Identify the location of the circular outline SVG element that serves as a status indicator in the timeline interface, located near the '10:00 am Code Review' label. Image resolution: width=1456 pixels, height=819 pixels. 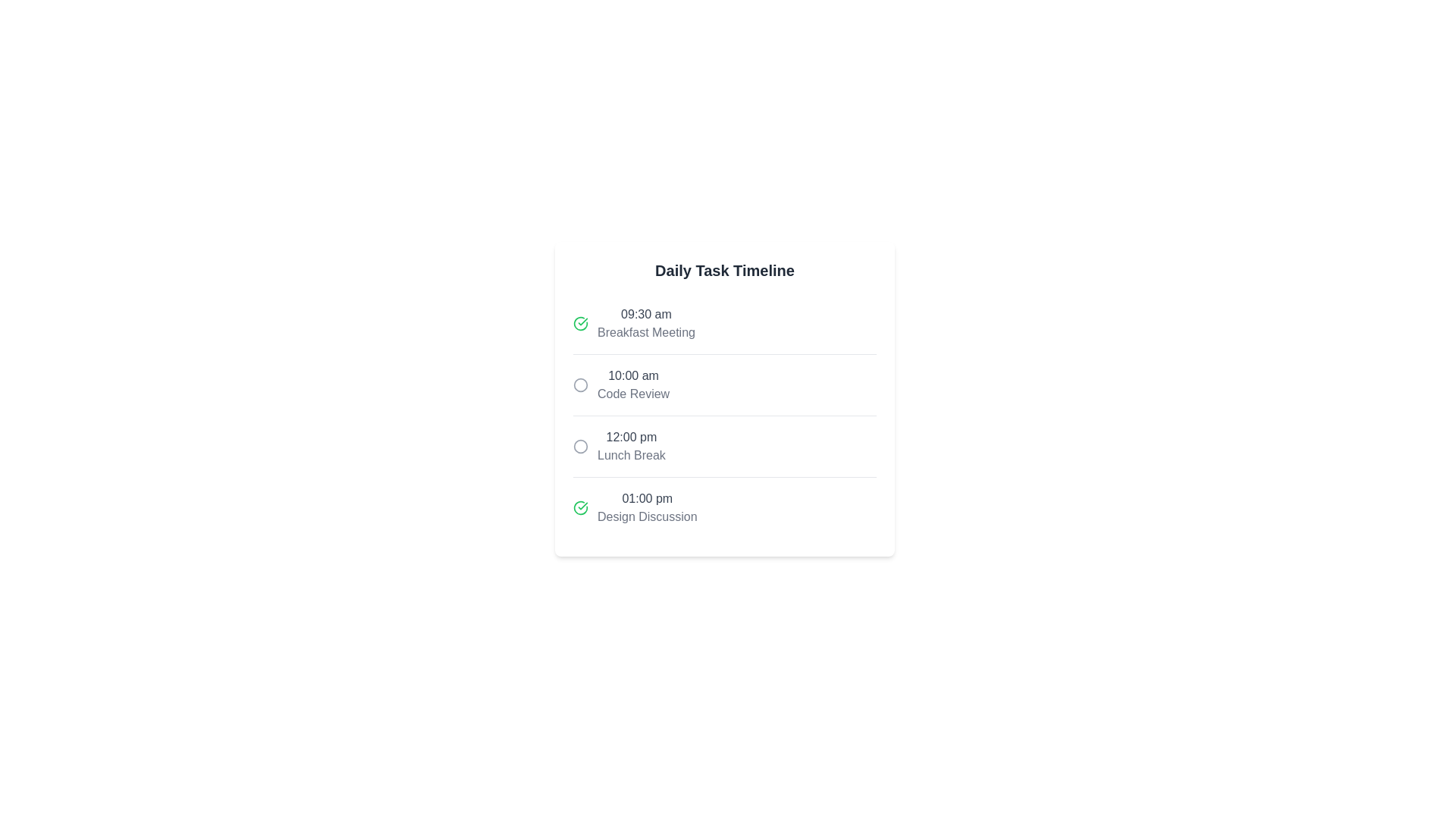
(580, 446).